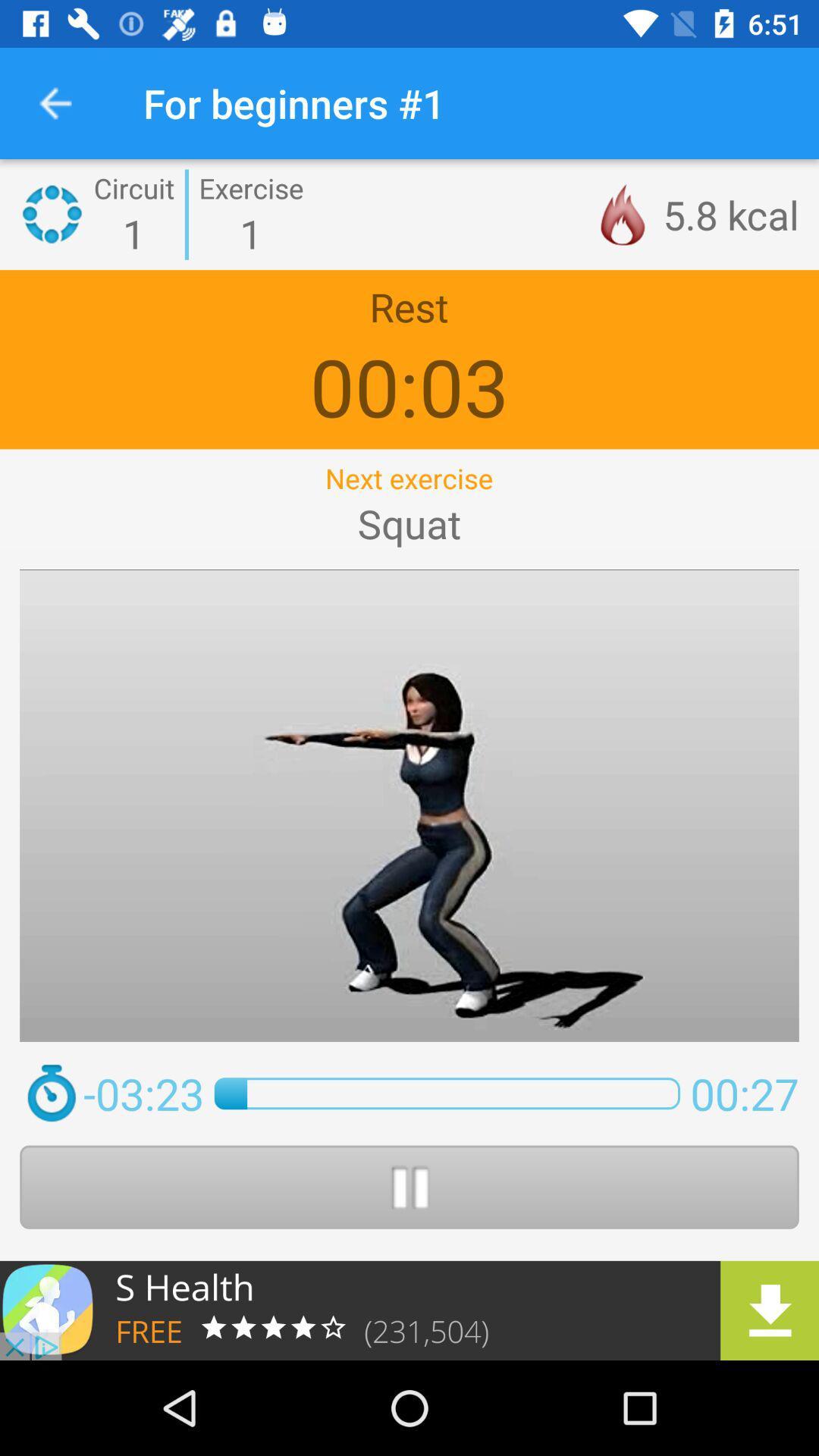  What do you see at coordinates (51, 1093) in the screenshot?
I see `clickl on the time icon` at bounding box center [51, 1093].